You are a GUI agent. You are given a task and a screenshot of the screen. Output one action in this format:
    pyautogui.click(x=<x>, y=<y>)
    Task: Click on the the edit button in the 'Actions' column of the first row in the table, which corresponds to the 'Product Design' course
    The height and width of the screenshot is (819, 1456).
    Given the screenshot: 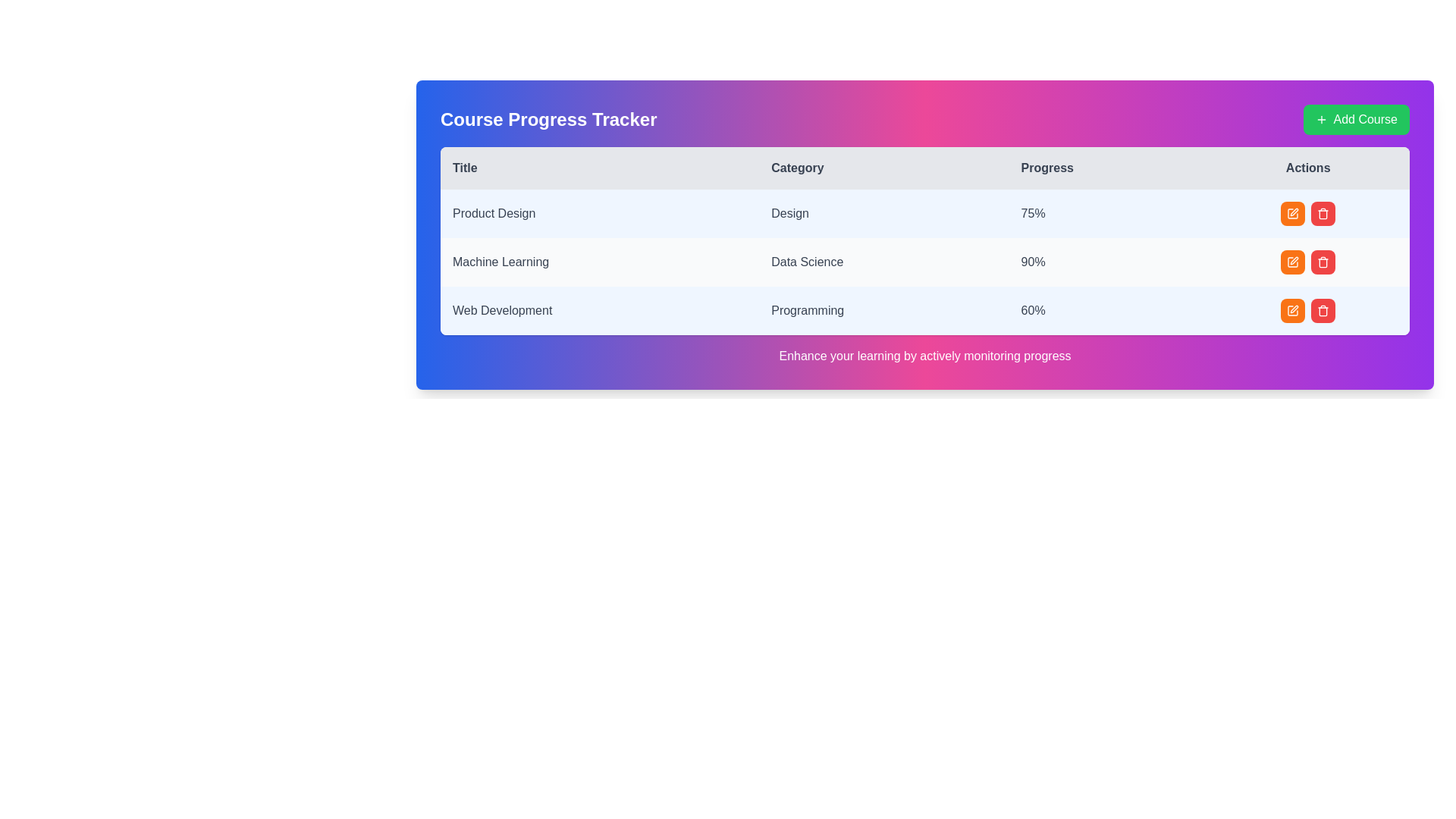 What is the action you would take?
    pyautogui.click(x=1292, y=213)
    